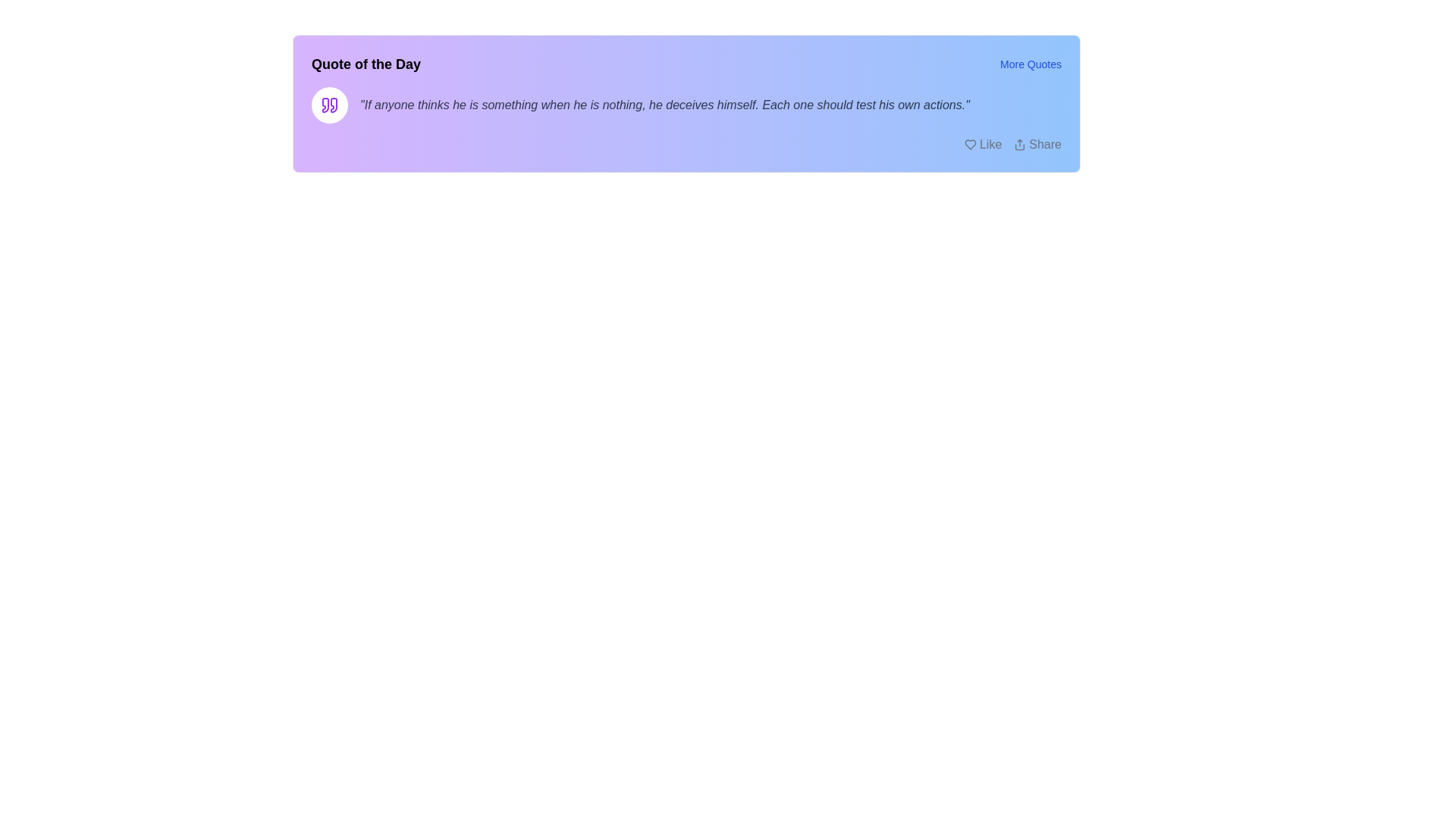 The image size is (1456, 819). I want to click on the 'Like' button, so click(983, 145).